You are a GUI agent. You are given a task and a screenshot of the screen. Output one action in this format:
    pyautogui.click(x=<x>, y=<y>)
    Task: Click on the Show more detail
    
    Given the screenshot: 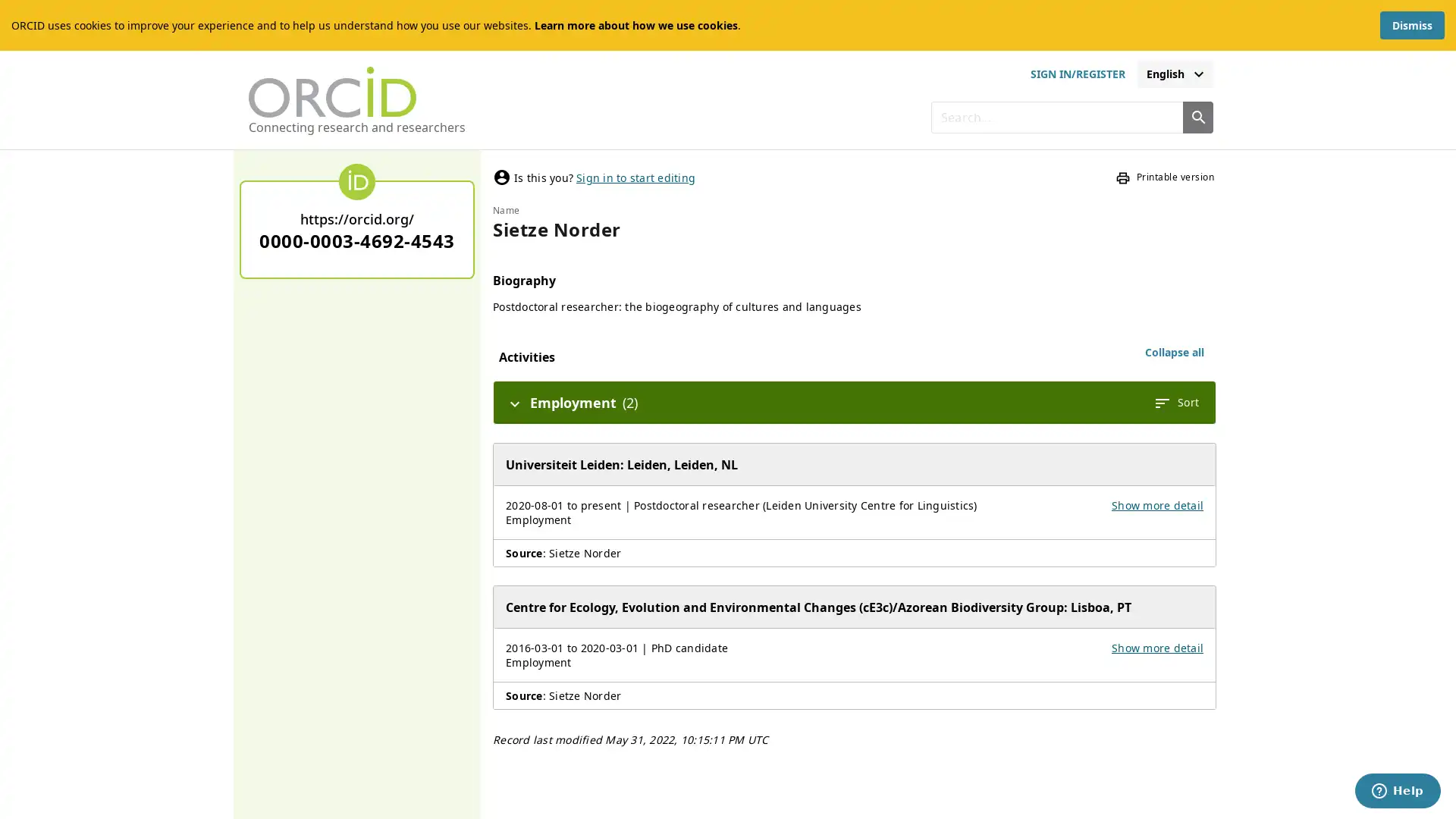 What is the action you would take?
    pyautogui.click(x=1156, y=648)
    